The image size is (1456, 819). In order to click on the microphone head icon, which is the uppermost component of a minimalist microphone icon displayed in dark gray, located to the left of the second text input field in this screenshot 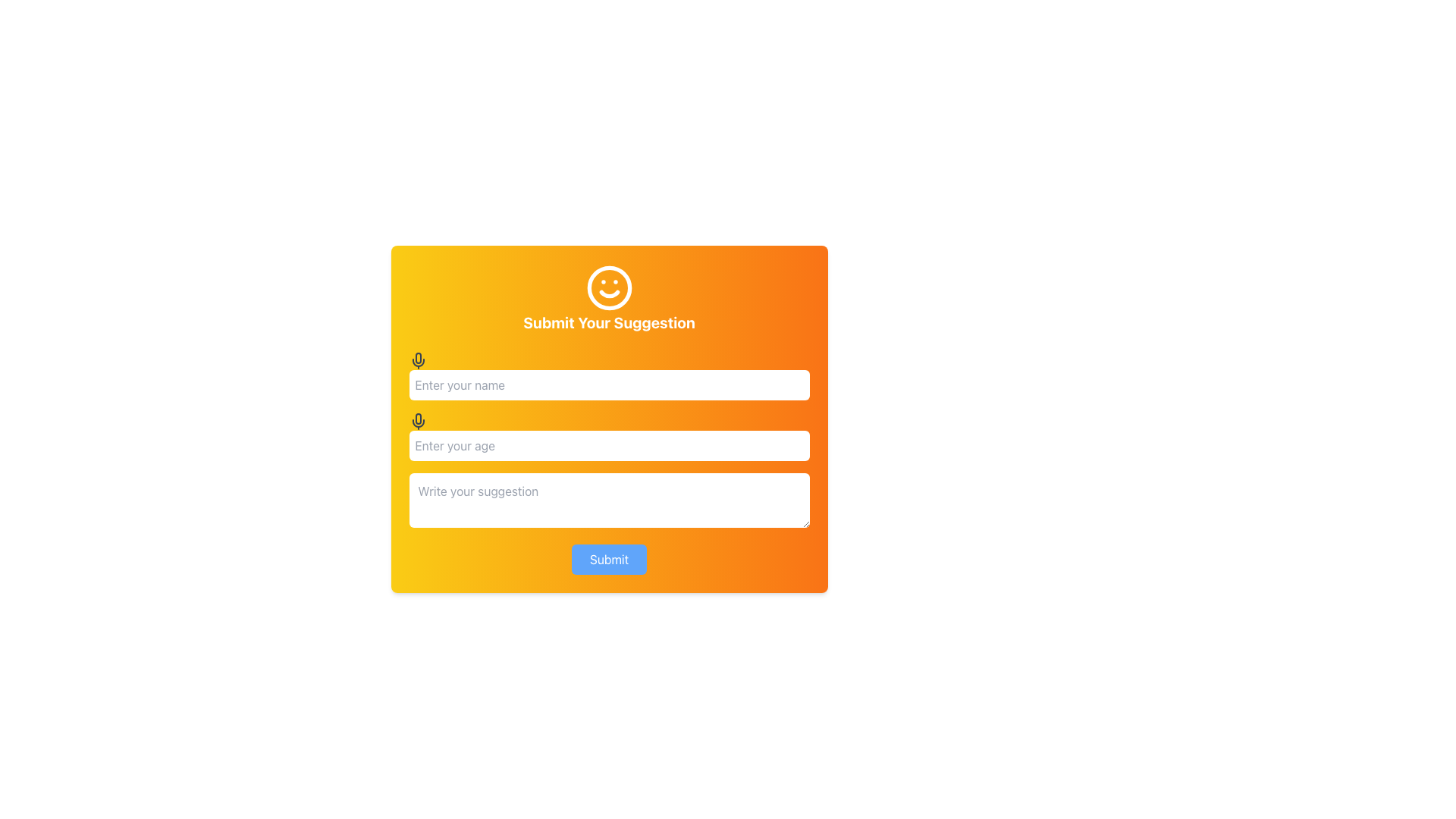, I will do `click(418, 358)`.